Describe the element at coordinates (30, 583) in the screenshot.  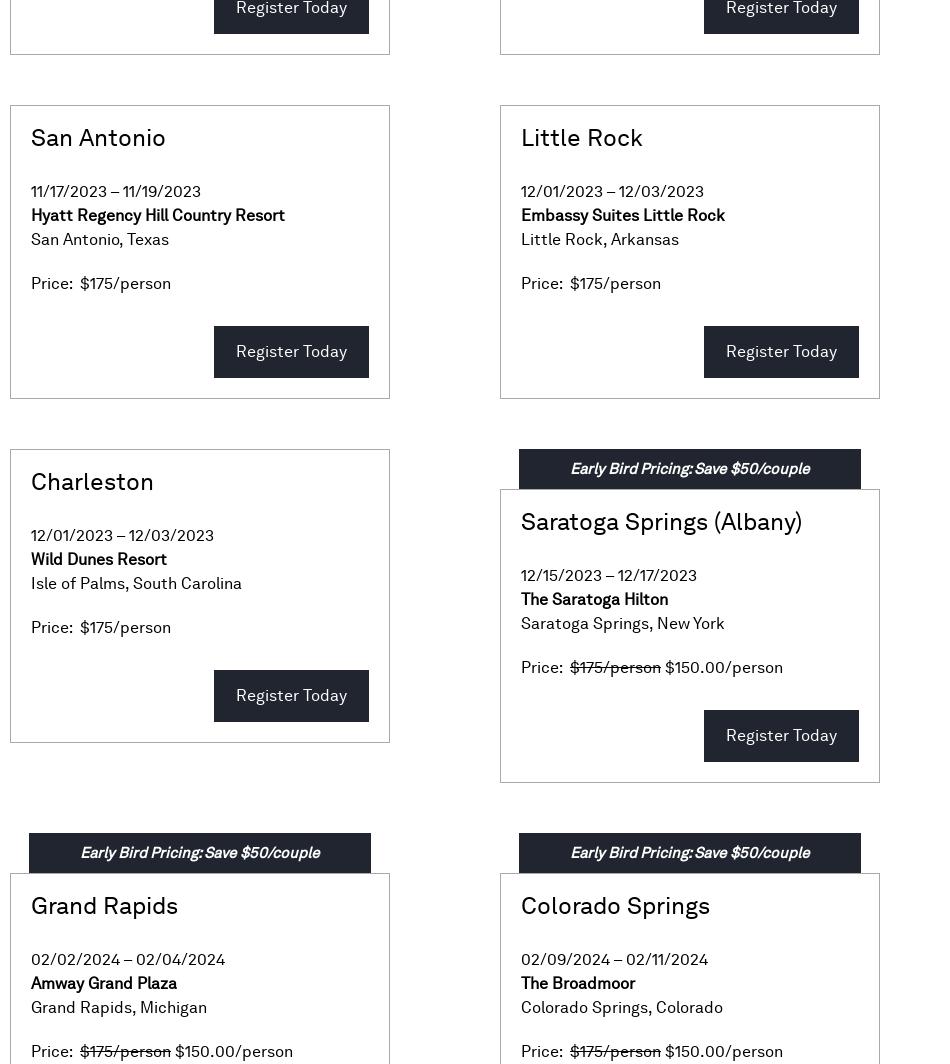
I see `'Isle of Palms'` at that location.